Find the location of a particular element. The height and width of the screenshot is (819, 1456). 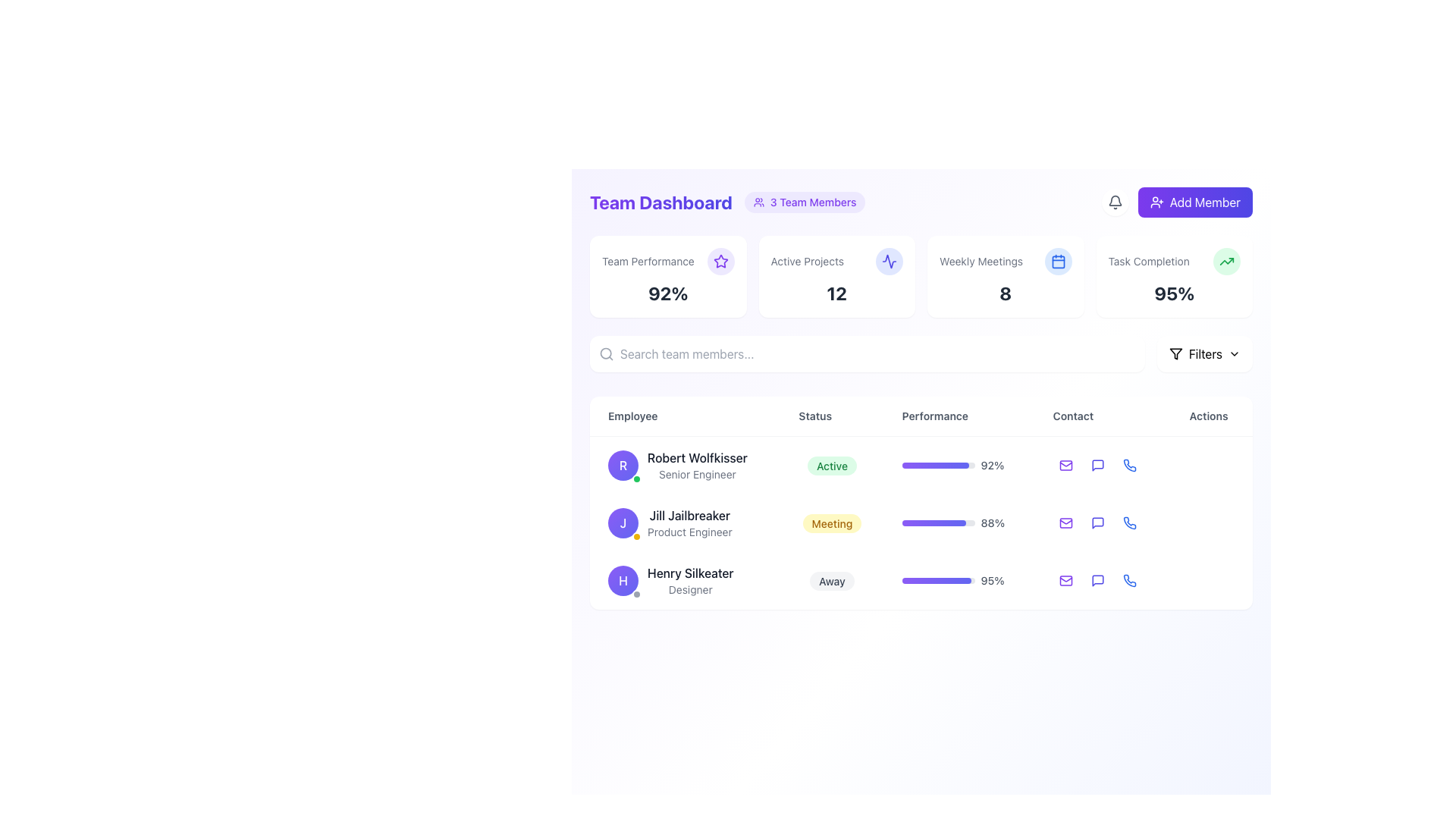

the text label representing the name of the individual in the employee list is located at coordinates (696, 457).